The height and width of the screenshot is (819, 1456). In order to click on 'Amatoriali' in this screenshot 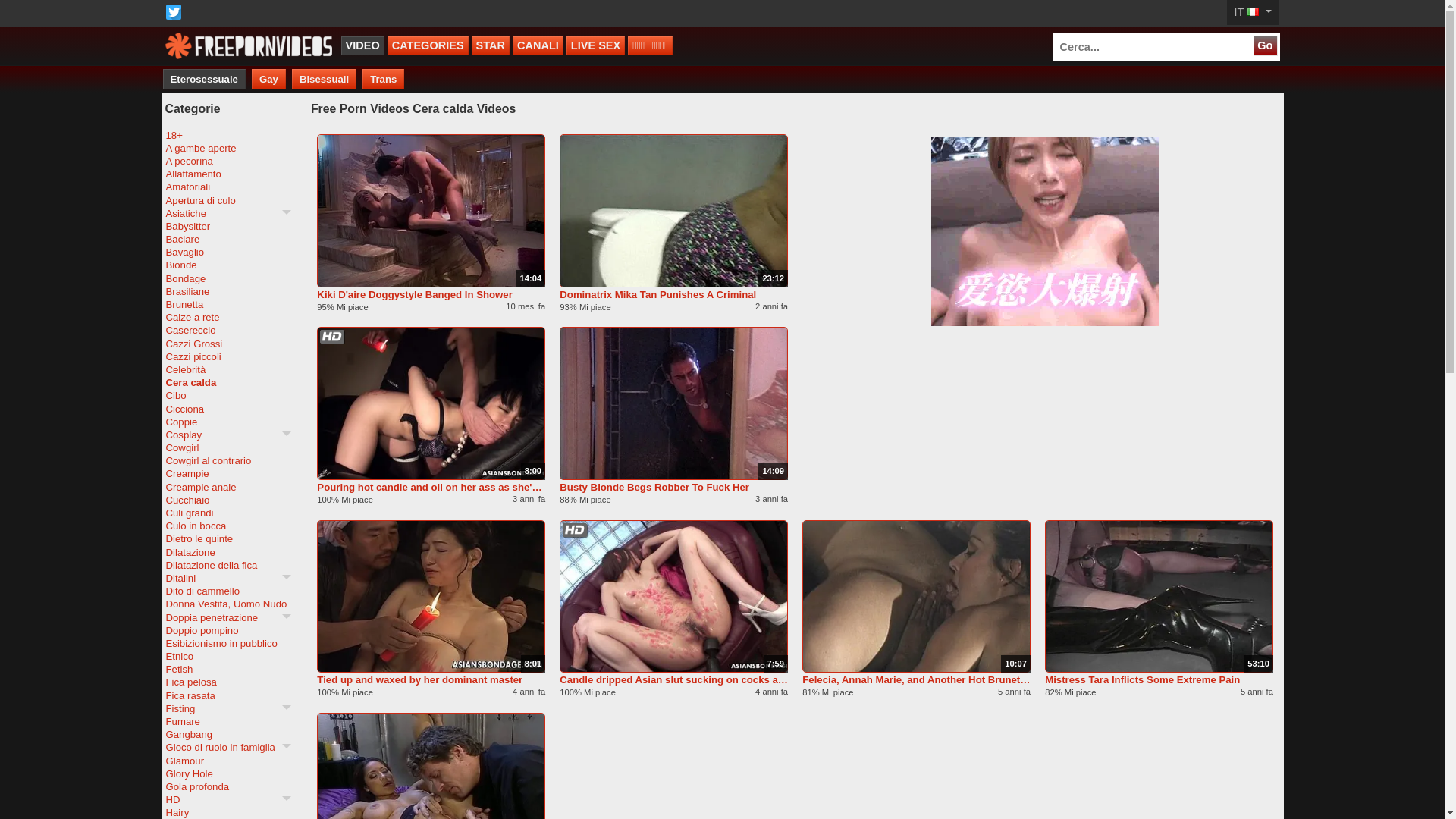, I will do `click(165, 186)`.